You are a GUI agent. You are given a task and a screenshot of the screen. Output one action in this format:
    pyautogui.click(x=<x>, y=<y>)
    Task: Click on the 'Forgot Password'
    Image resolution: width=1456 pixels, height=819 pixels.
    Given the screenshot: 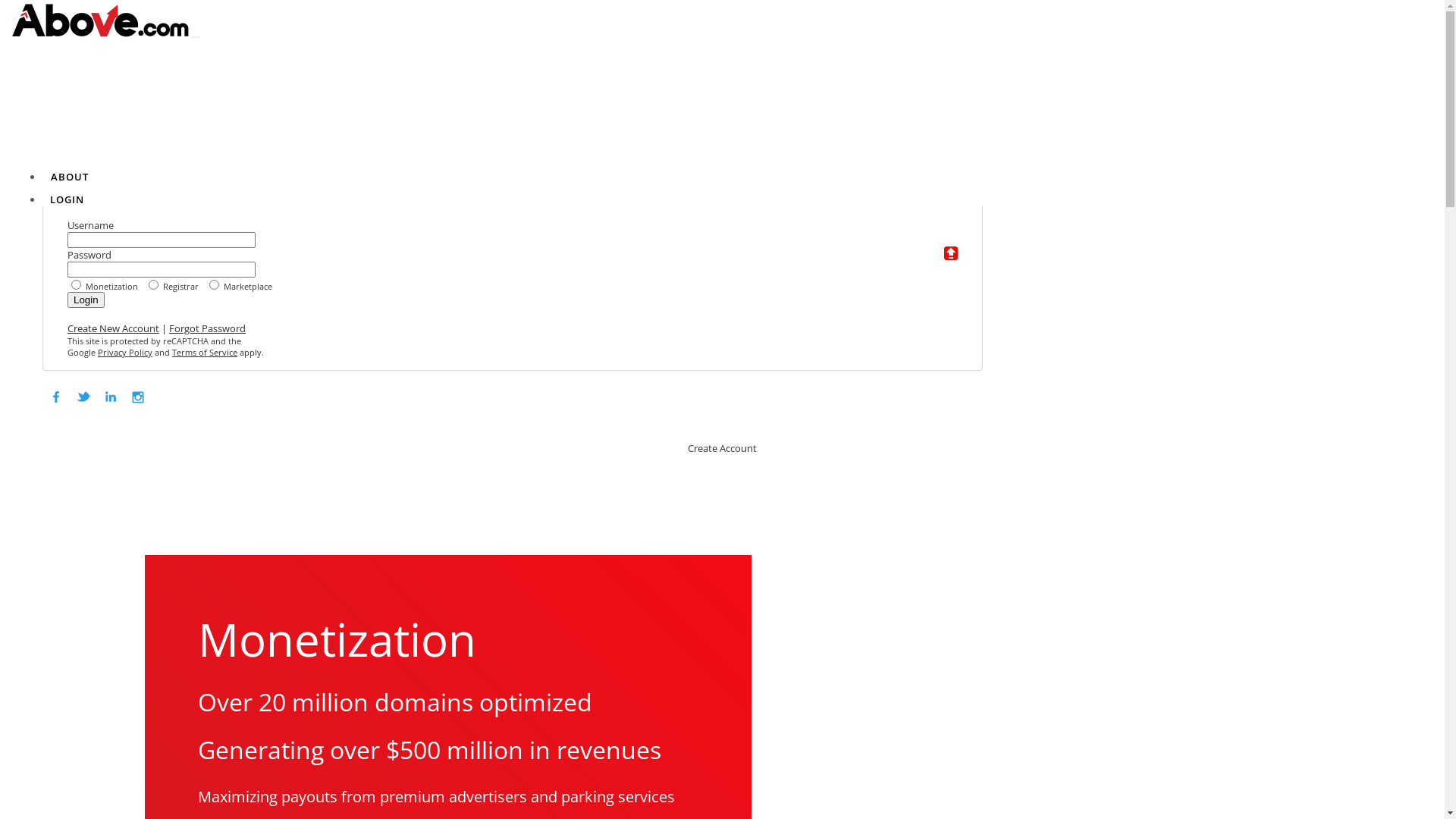 What is the action you would take?
    pyautogui.click(x=206, y=327)
    